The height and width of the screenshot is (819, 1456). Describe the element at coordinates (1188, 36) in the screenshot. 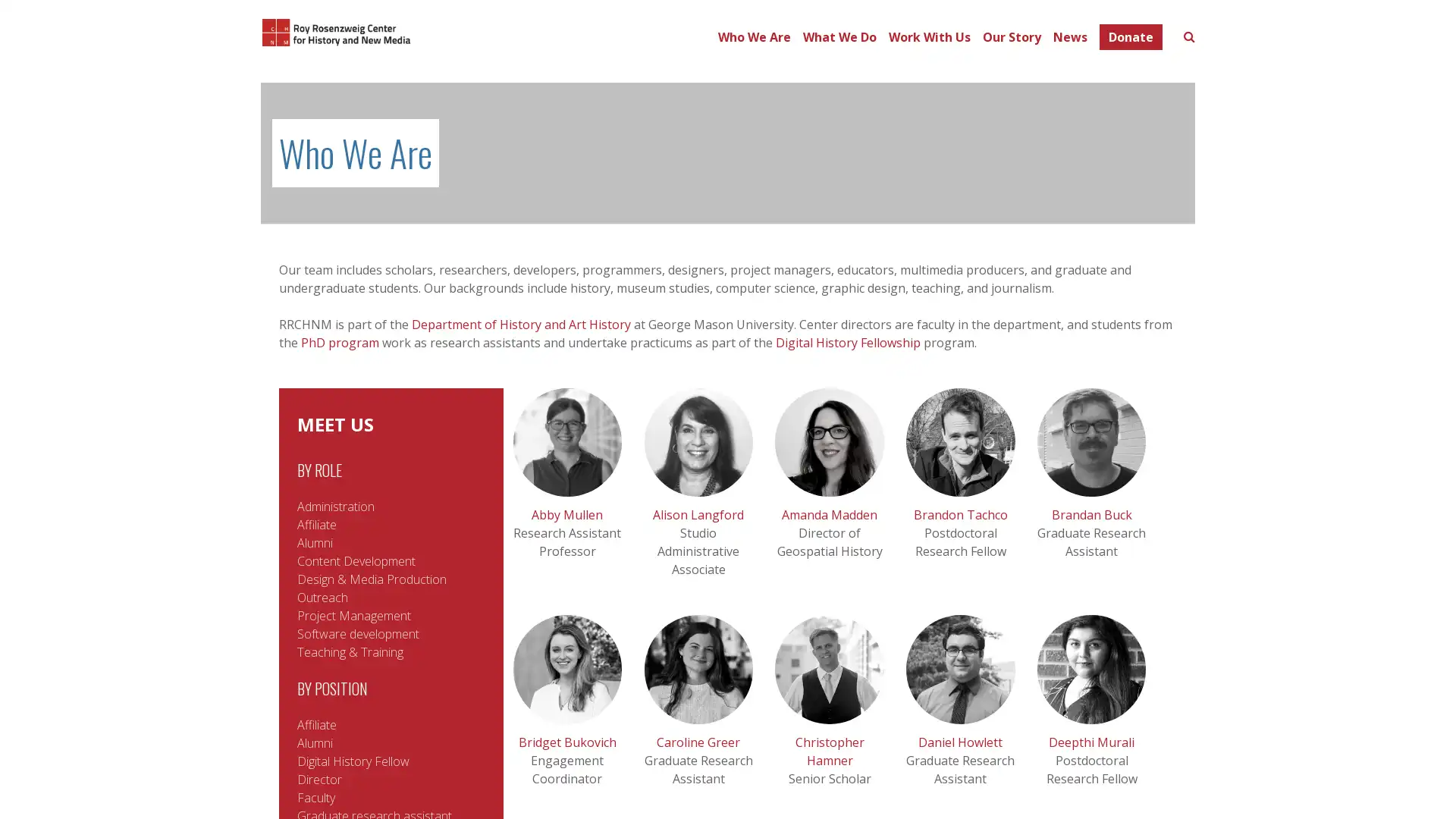

I see `Toggle search form` at that location.